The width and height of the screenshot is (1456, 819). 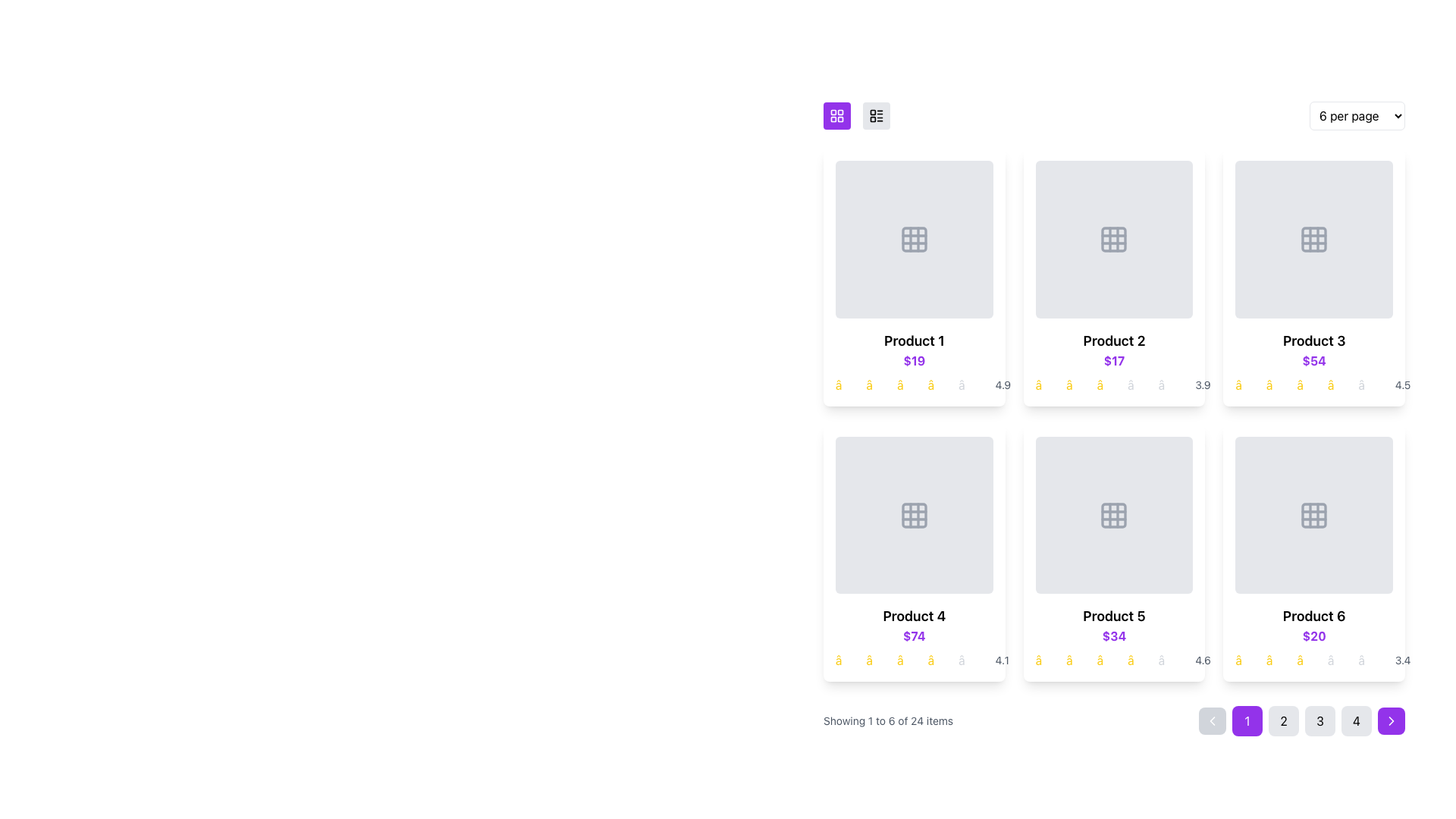 What do you see at coordinates (1357, 115) in the screenshot?
I see `an option from the dropdown menu labeled '6 per page', located at the top-right of the UI` at bounding box center [1357, 115].